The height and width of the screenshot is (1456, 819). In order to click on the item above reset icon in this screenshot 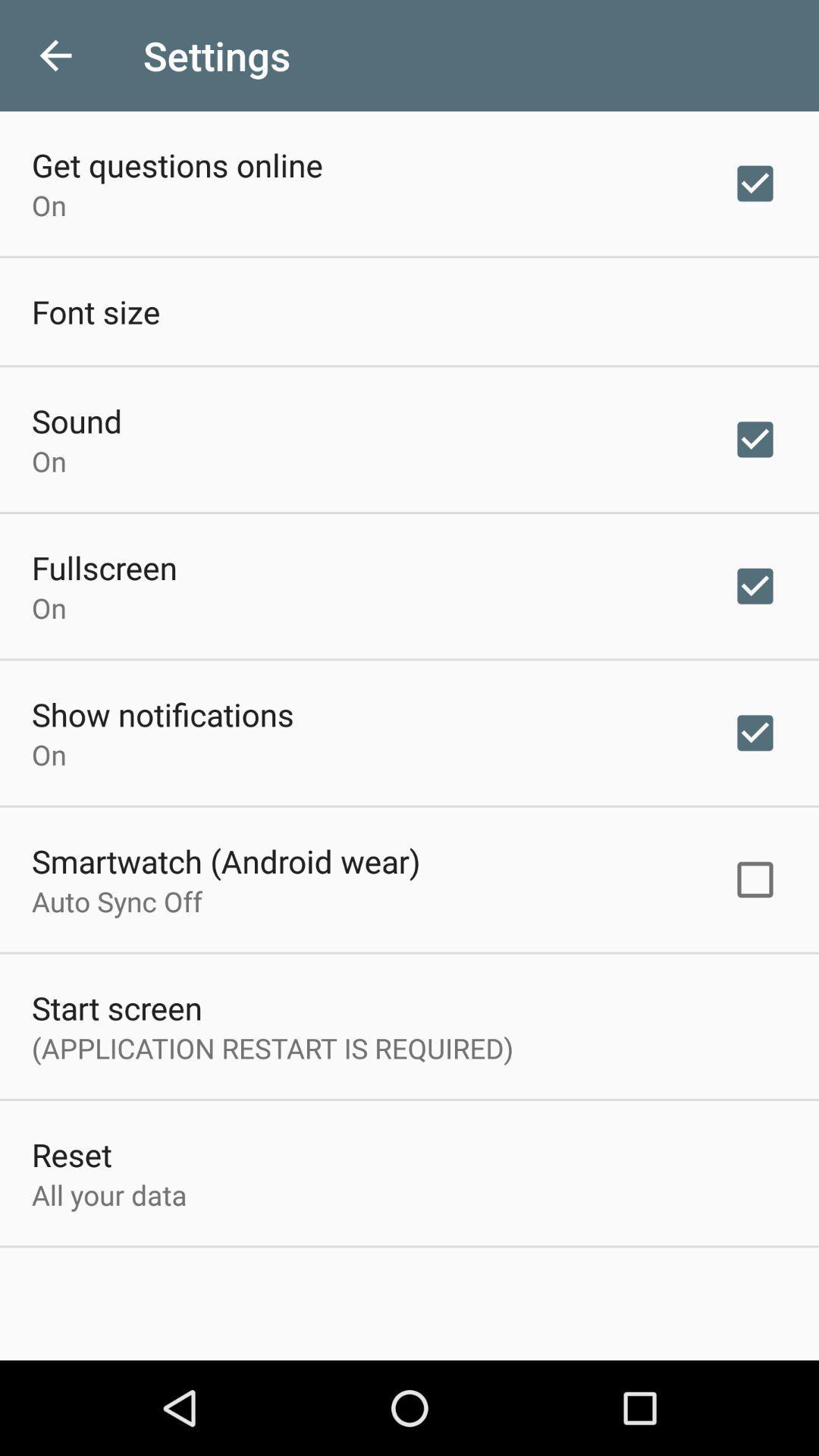, I will do `click(271, 1047)`.